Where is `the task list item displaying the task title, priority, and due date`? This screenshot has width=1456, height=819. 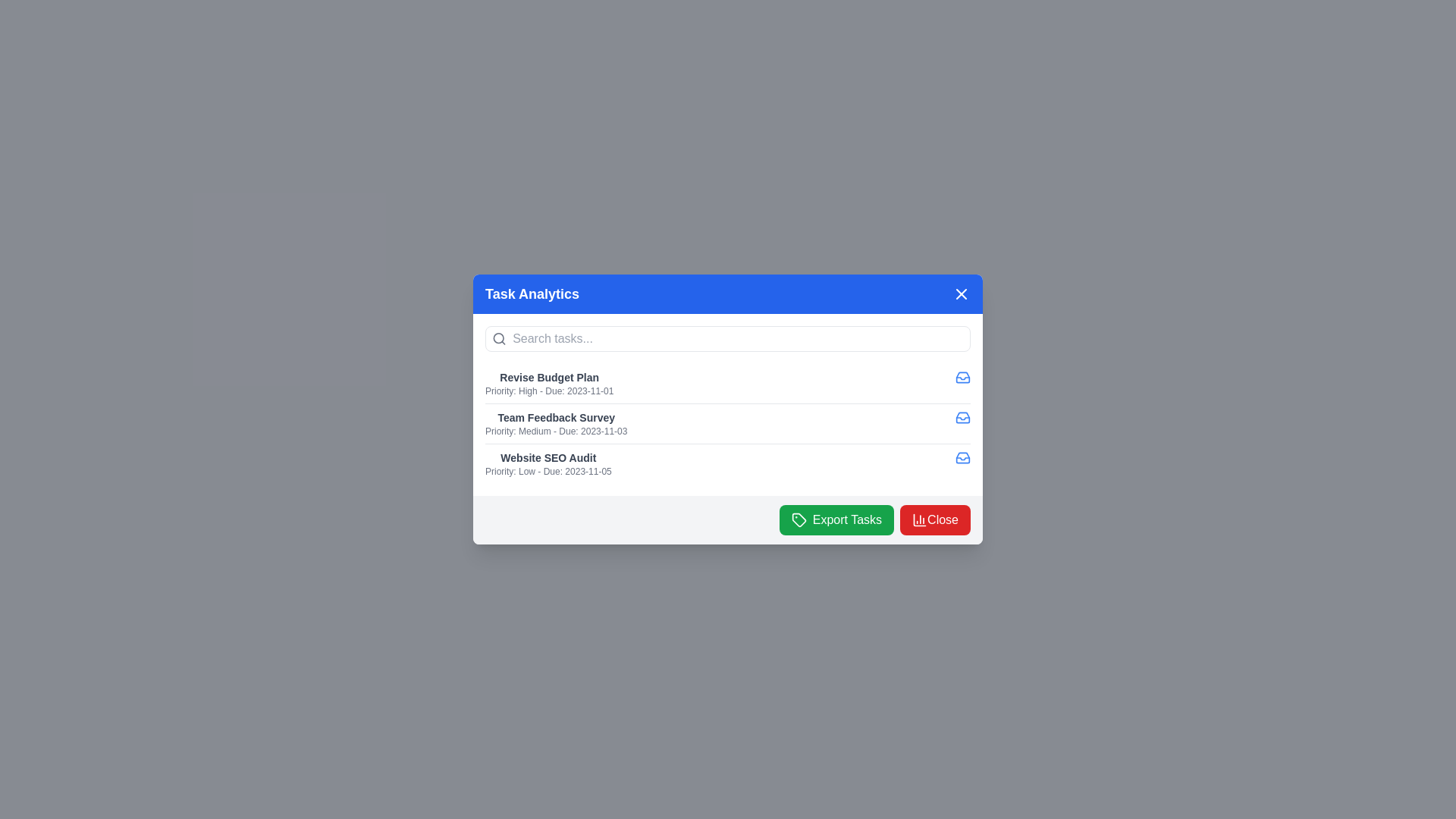
the task list item displaying the task title, priority, and due date is located at coordinates (555, 424).